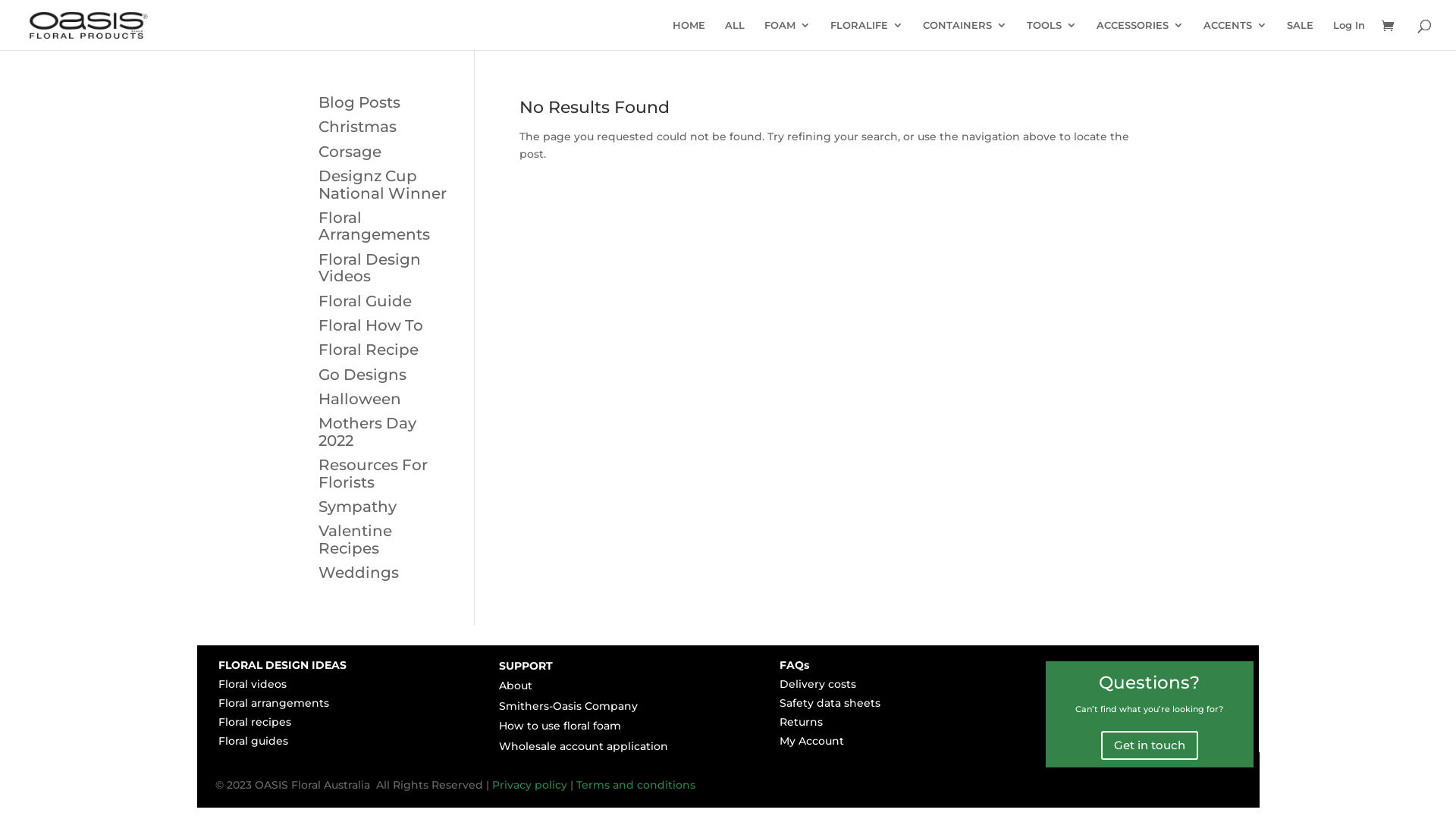 This screenshot has width=1456, height=819. Describe the element at coordinates (1140, 34) in the screenshot. I see `'ACCESSORIES'` at that location.